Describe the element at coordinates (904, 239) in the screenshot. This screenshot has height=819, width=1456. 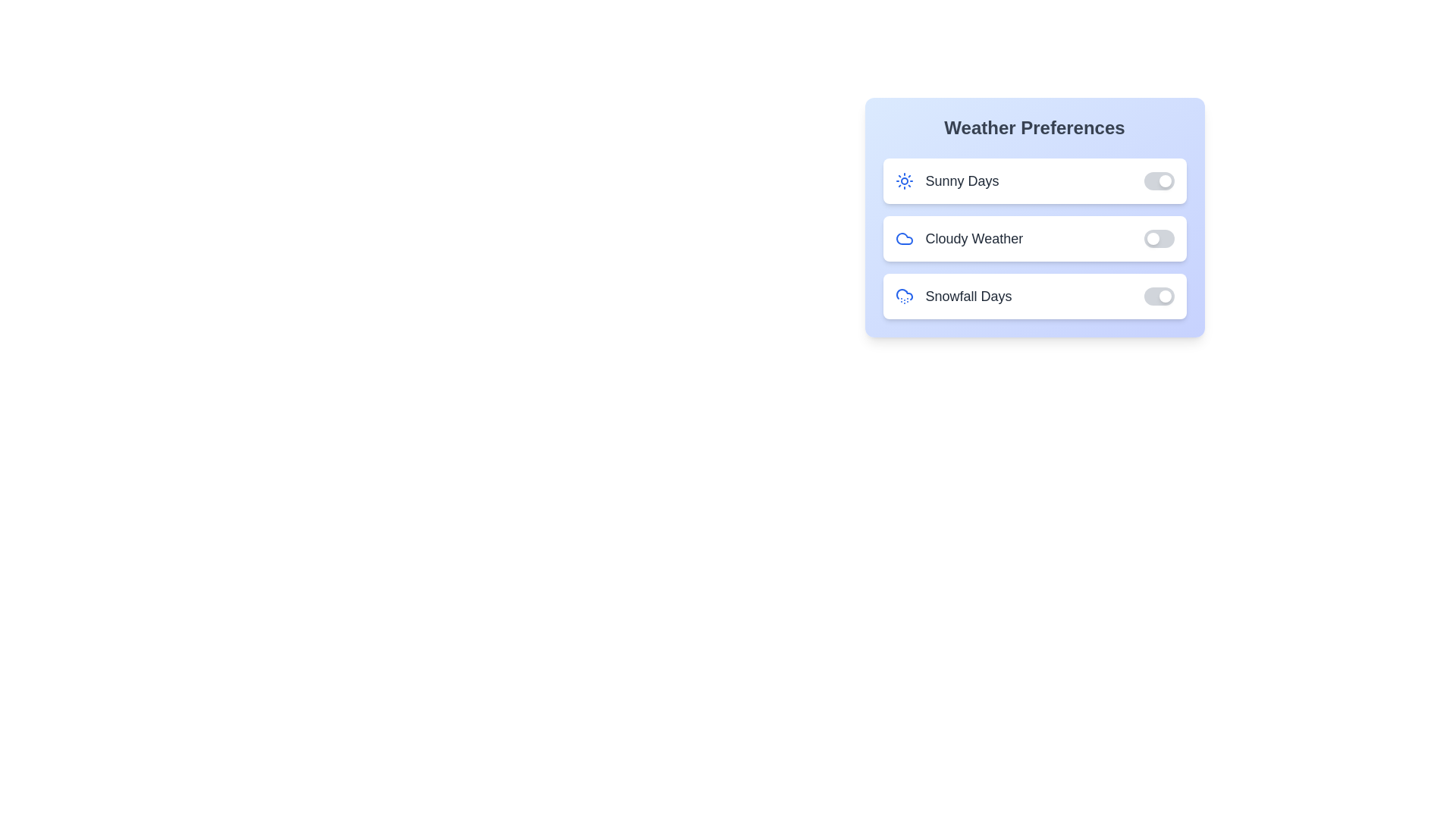
I see `the icon for Cloudy Weather to provide detailed information` at that location.